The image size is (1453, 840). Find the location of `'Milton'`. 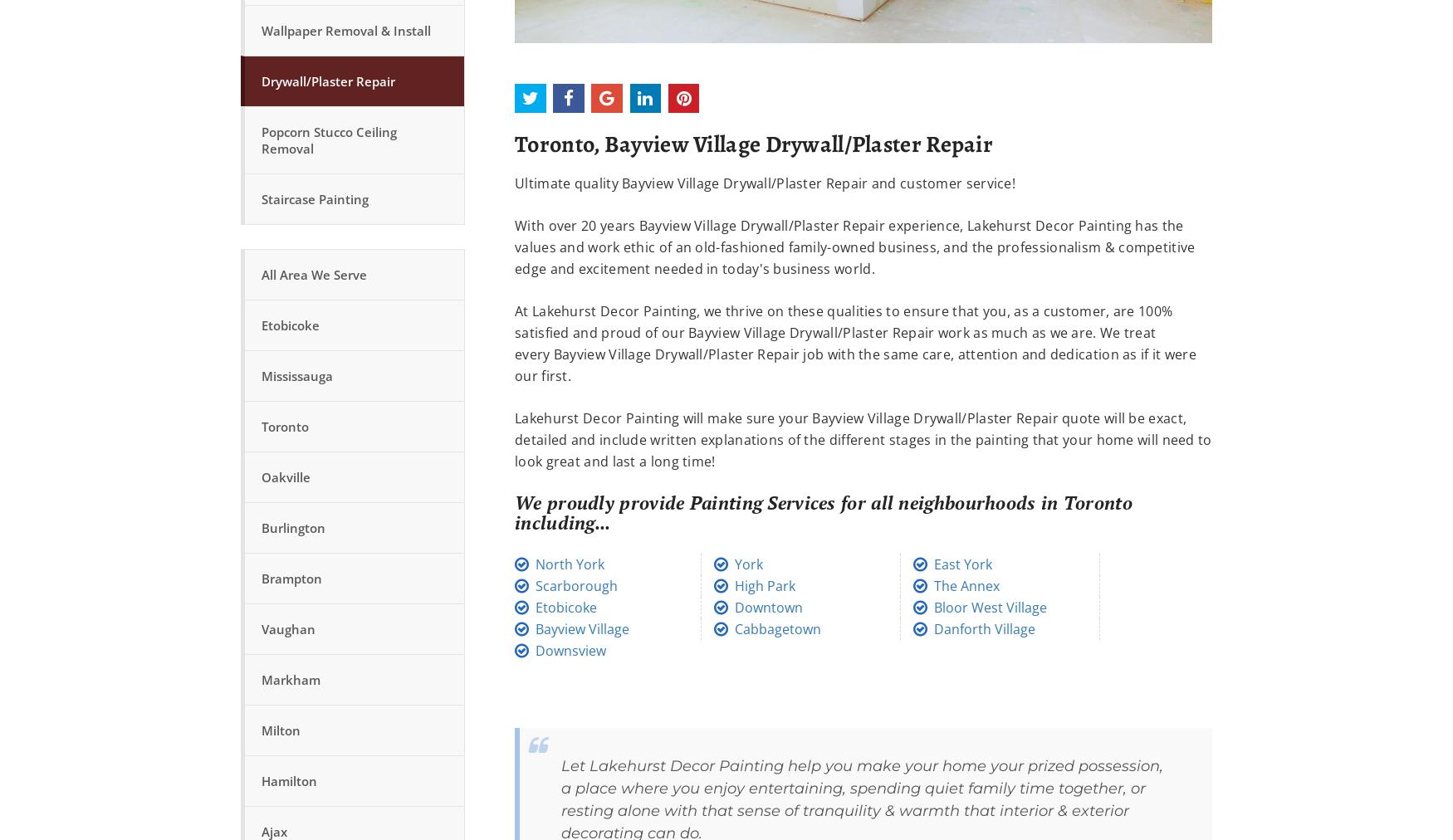

'Milton' is located at coordinates (262, 730).